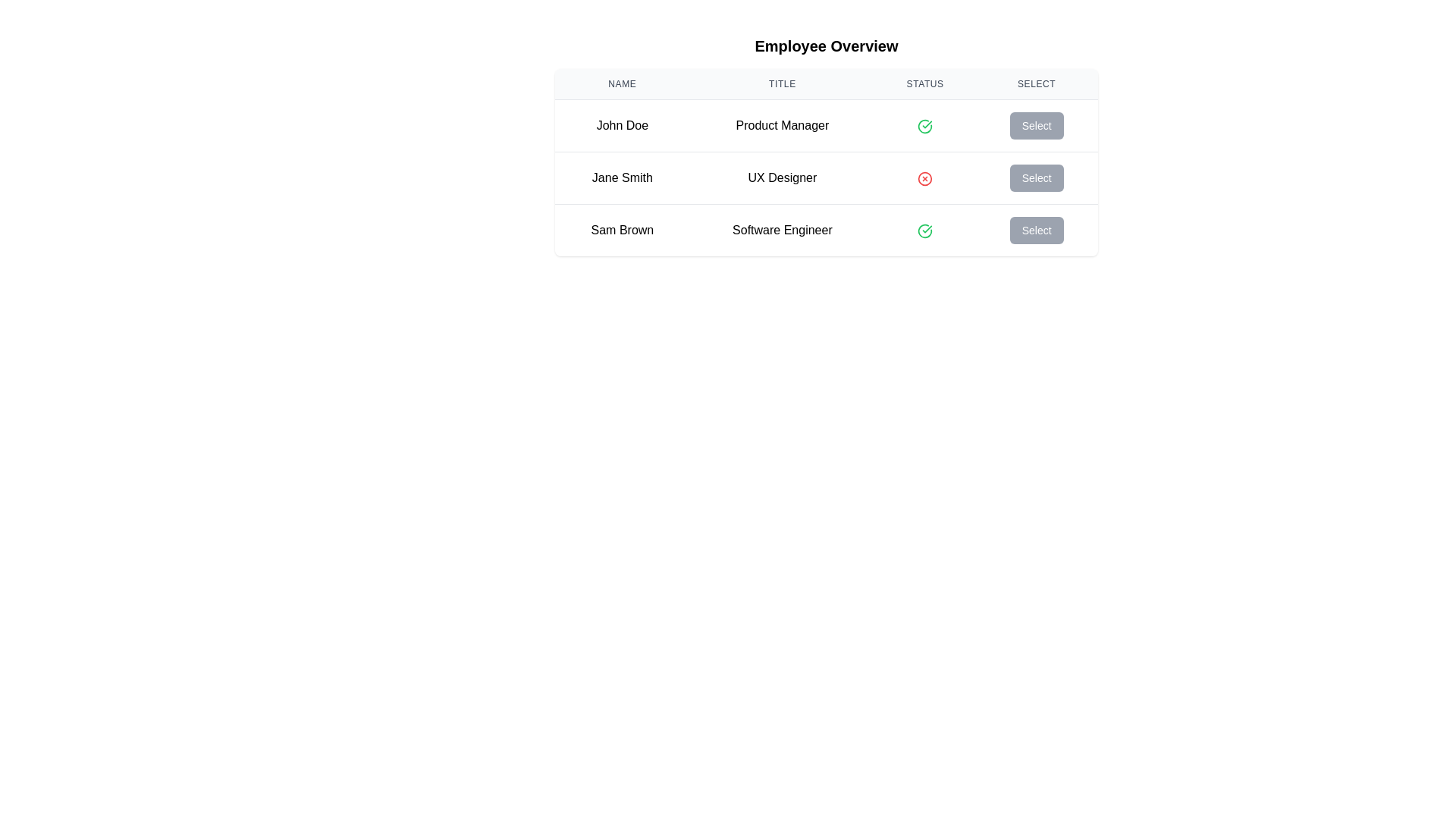  I want to click on the Decorative status indicator, which is the circular outer part of the icon under the 'STATUS' column for user 'Jane Smith', the UX Designer, so click(924, 177).